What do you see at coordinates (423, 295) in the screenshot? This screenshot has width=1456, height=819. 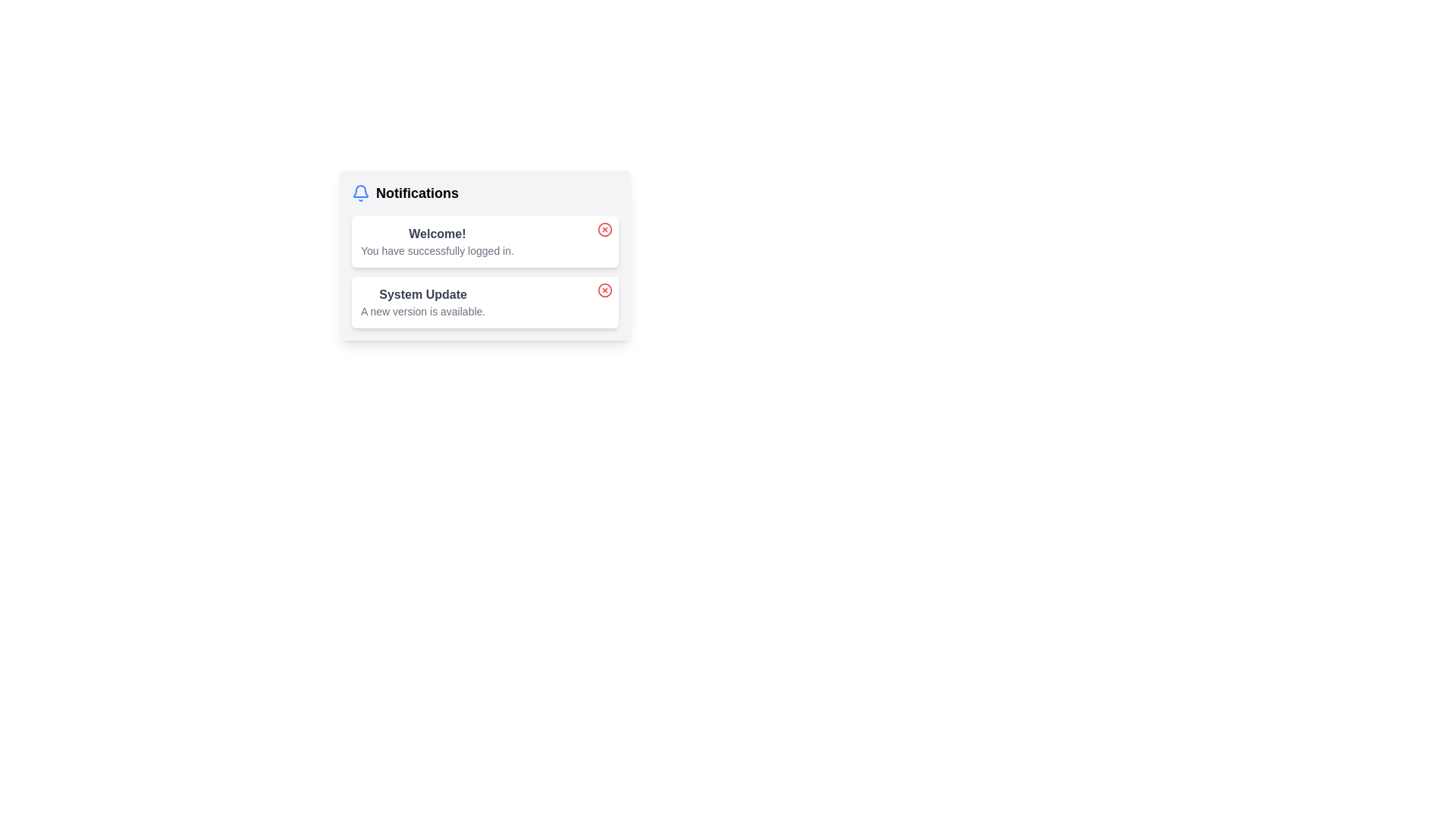 I see `the Text Label indicating that a system update is available, located at the top of the notification message group` at bounding box center [423, 295].